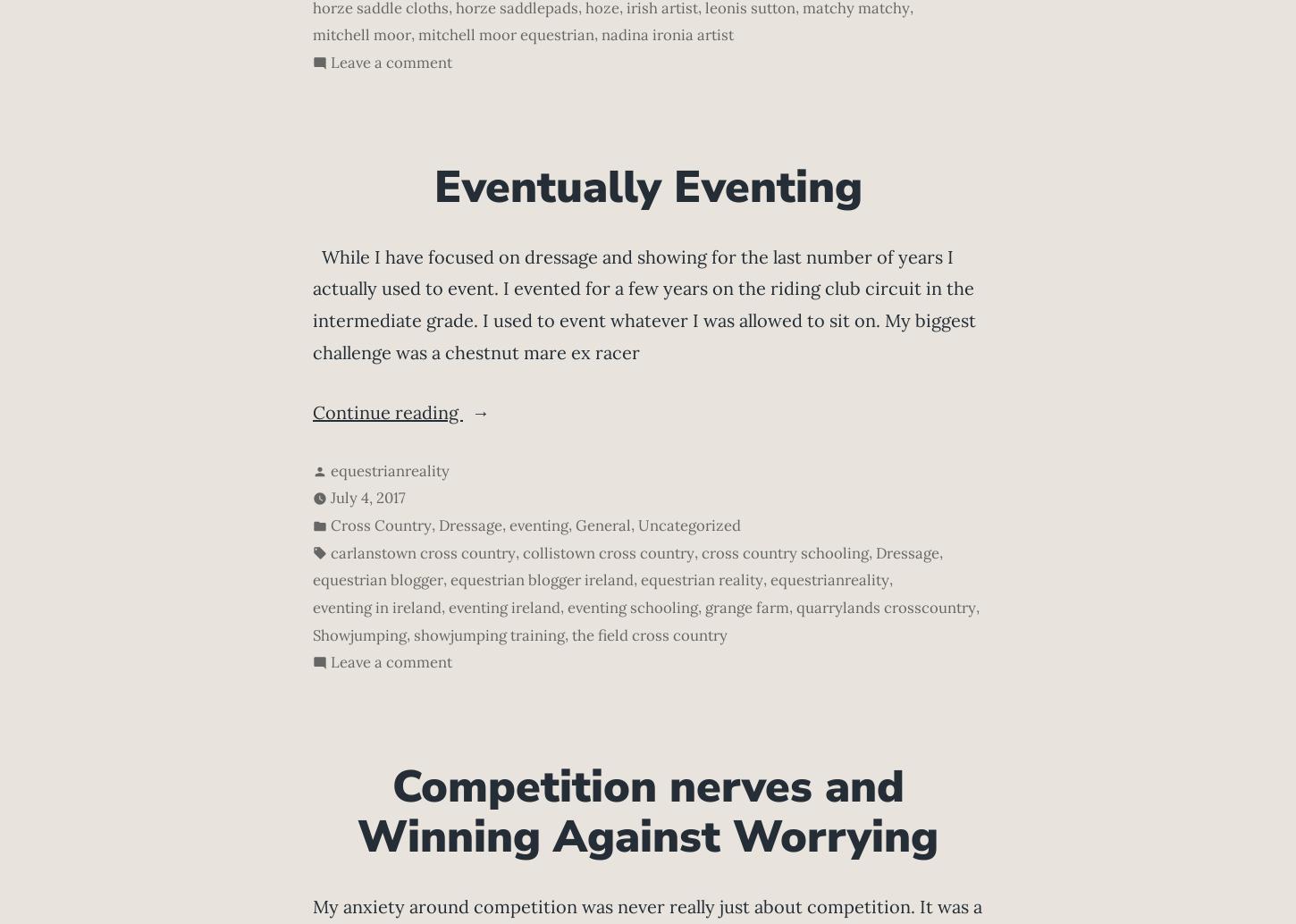 This screenshot has width=1296, height=924. I want to click on 'mitchell moor equestrian', so click(506, 34).